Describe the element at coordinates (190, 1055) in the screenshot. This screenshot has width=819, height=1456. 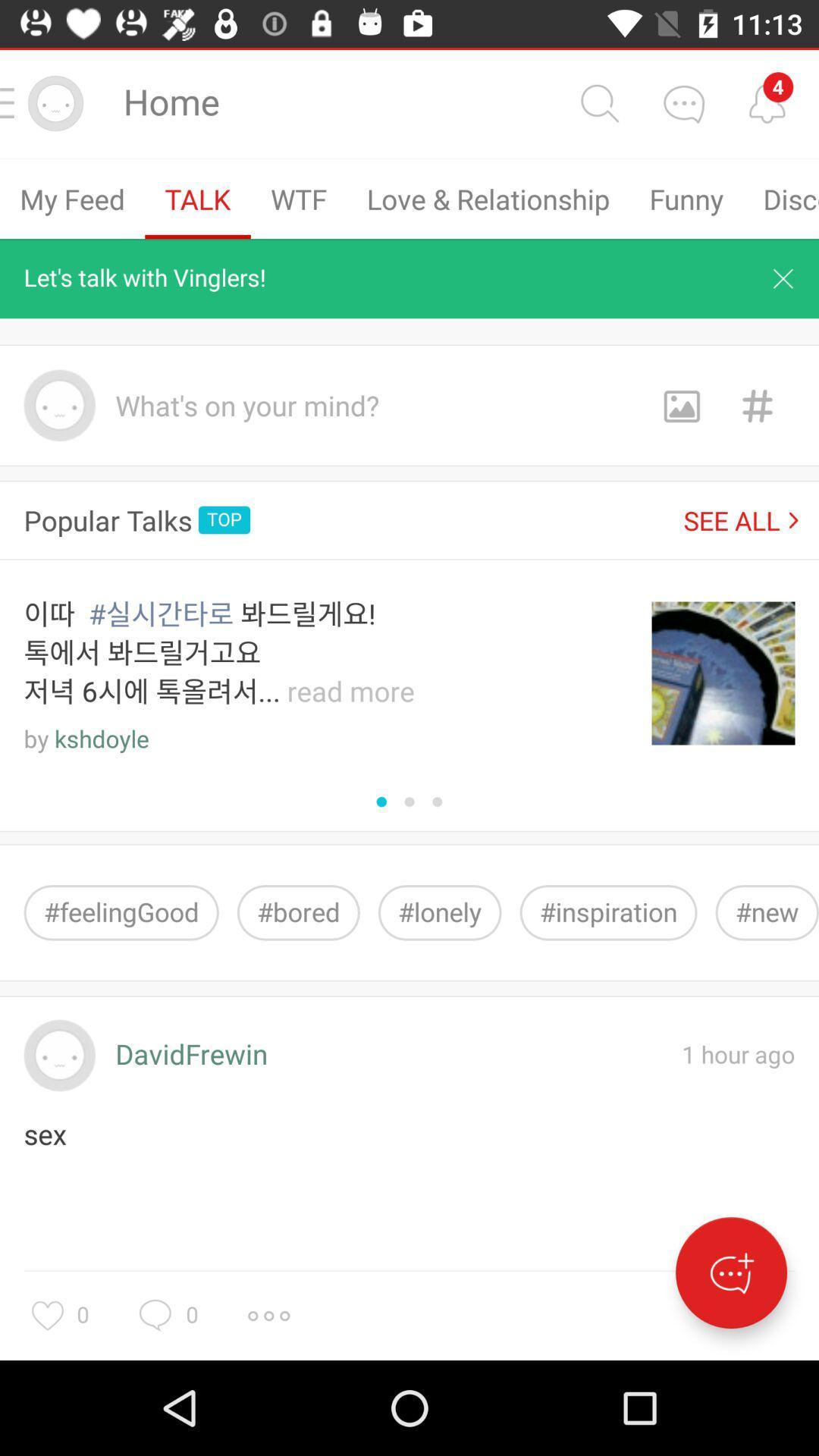
I see `davidfrewin item` at that location.